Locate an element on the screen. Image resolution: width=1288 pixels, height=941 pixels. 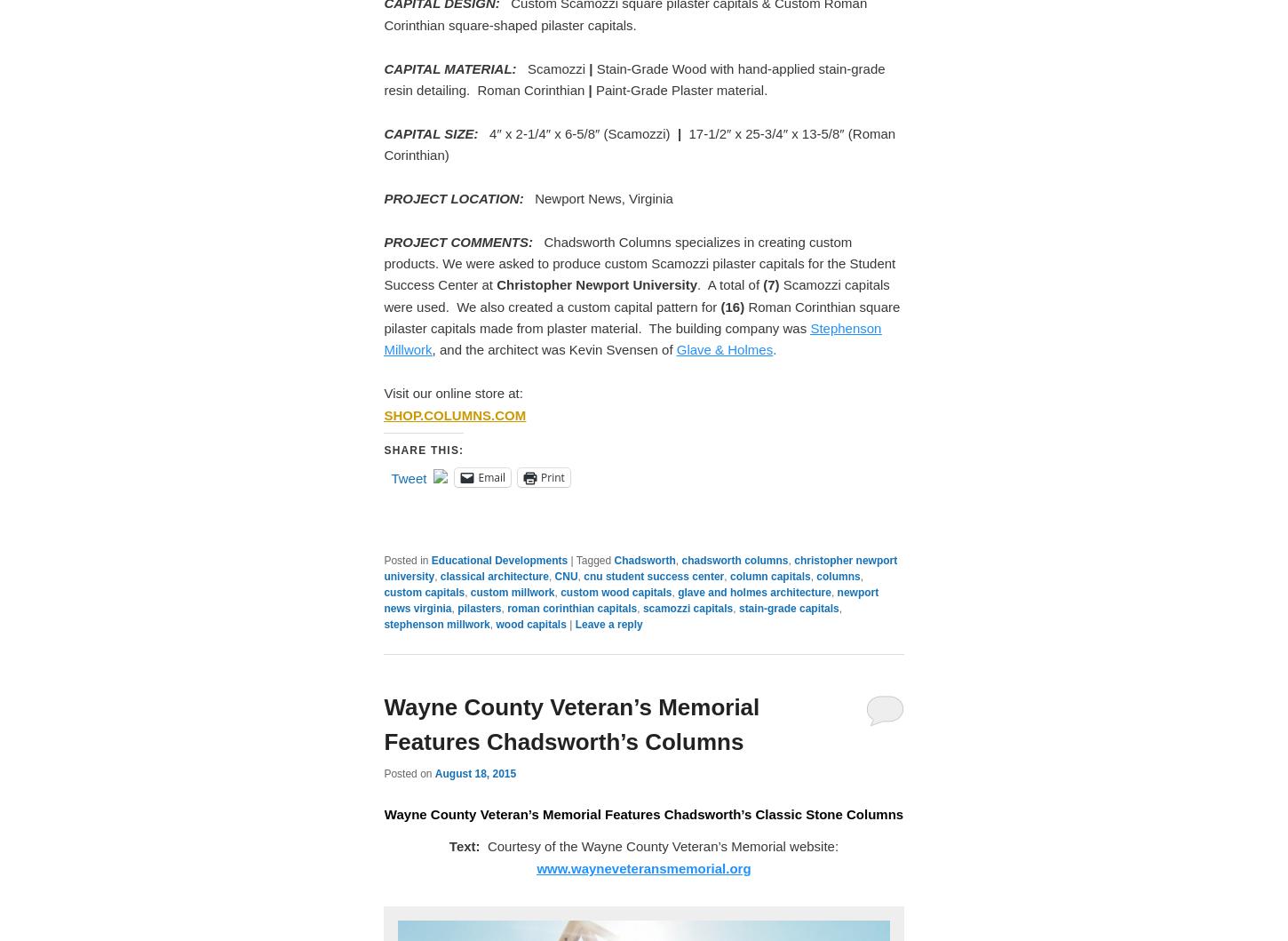
'(16)' is located at coordinates (720, 305).